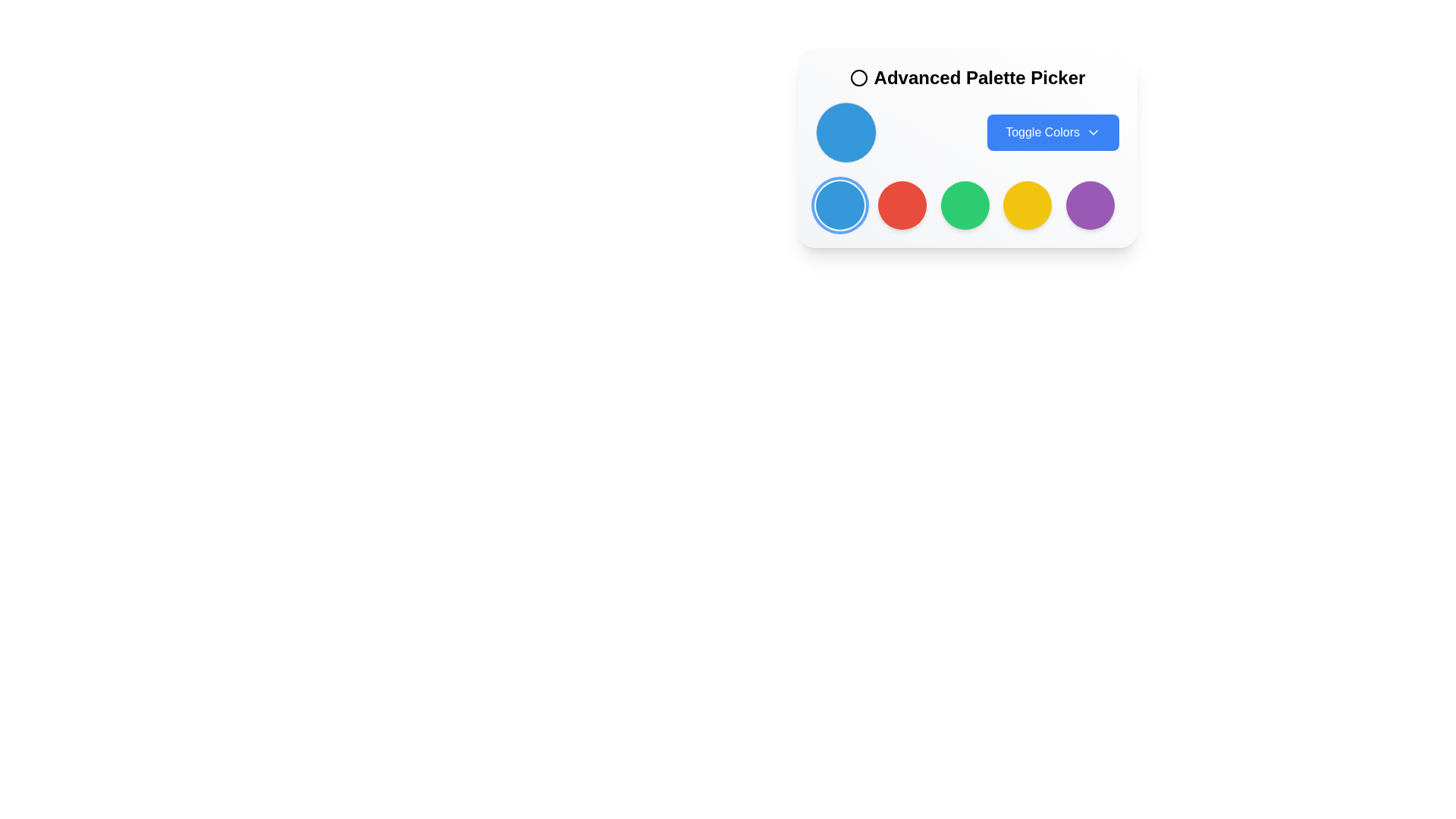 This screenshot has width=1456, height=819. I want to click on the circular icon outlined with a black stroke, located to the left of the 'Advanced Palette Picker' text, so click(858, 78).